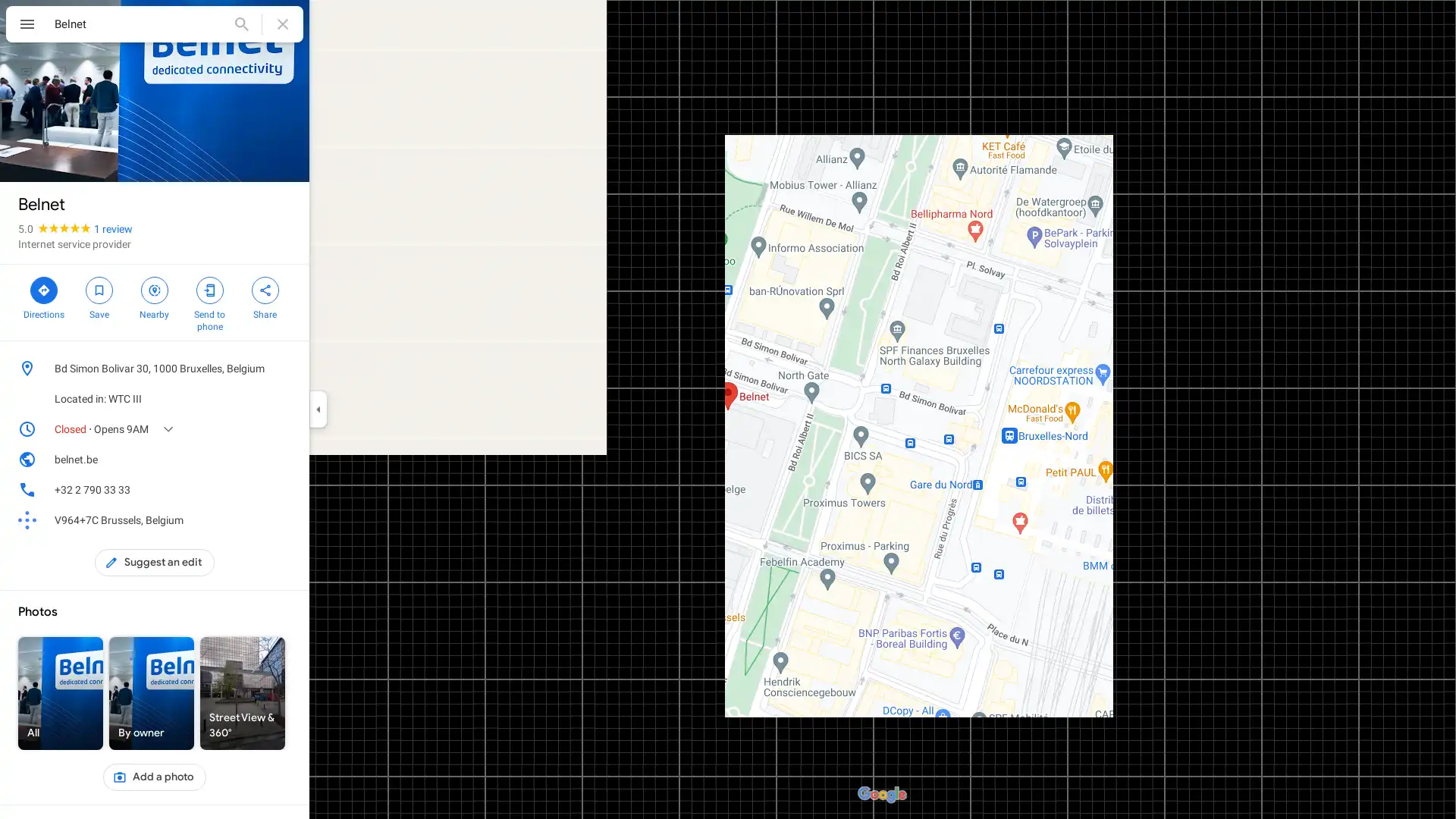 The width and height of the screenshot is (1456, 819). What do you see at coordinates (265, 296) in the screenshot?
I see `Share Belnet` at bounding box center [265, 296].